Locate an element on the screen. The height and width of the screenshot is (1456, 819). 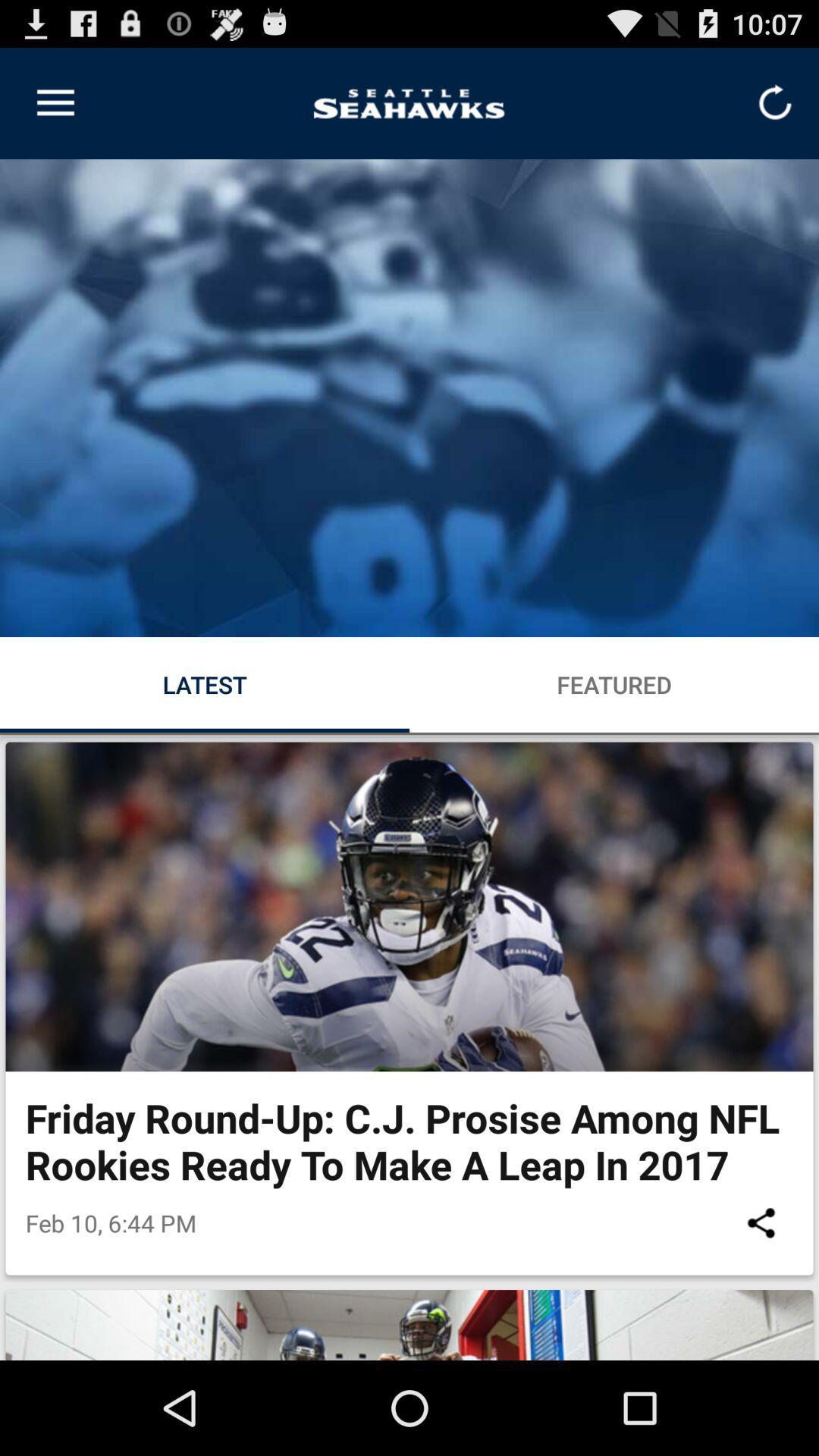
icon at the top left corner is located at coordinates (55, 102).